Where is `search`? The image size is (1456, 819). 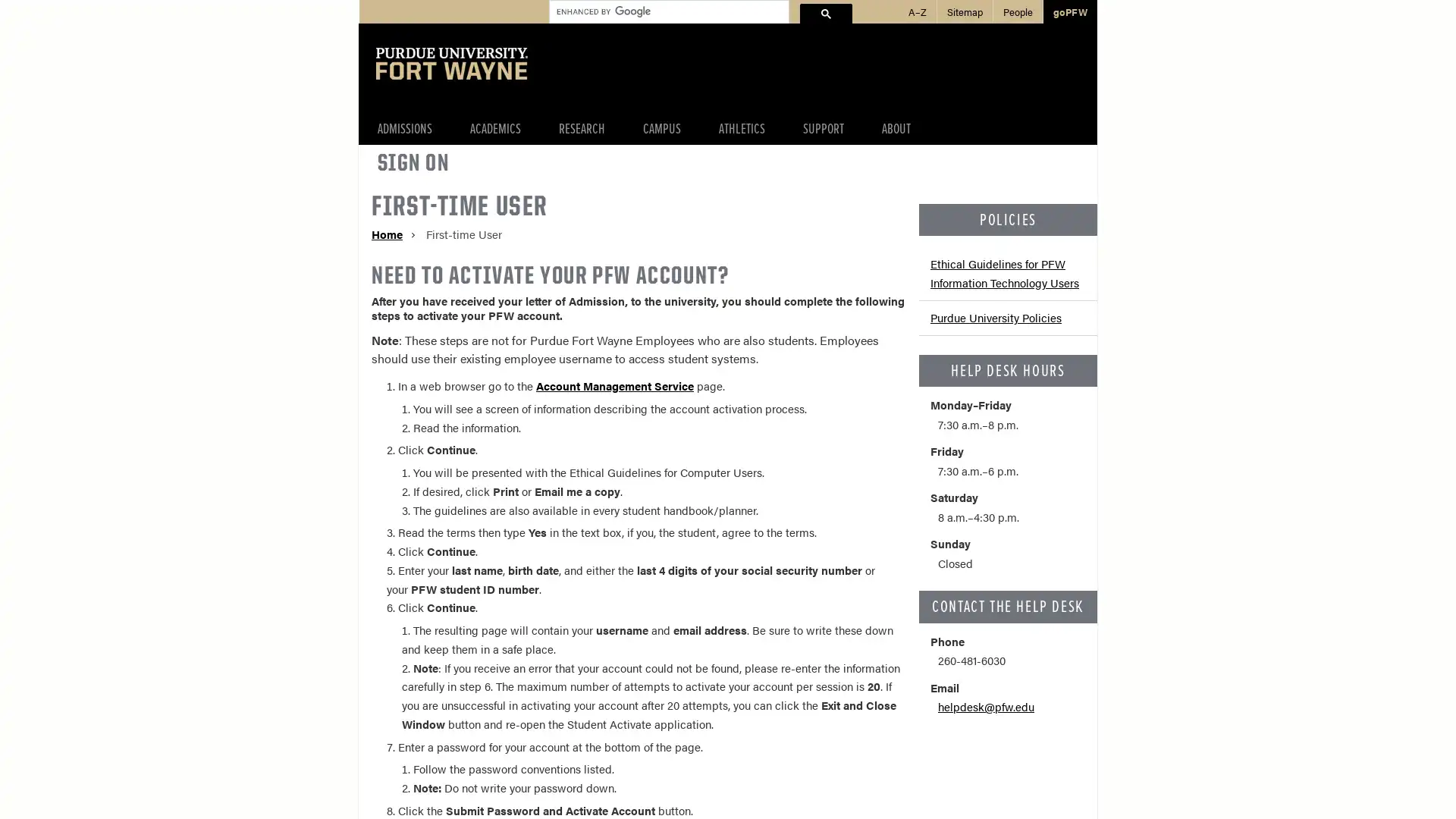 search is located at coordinates (824, 13).